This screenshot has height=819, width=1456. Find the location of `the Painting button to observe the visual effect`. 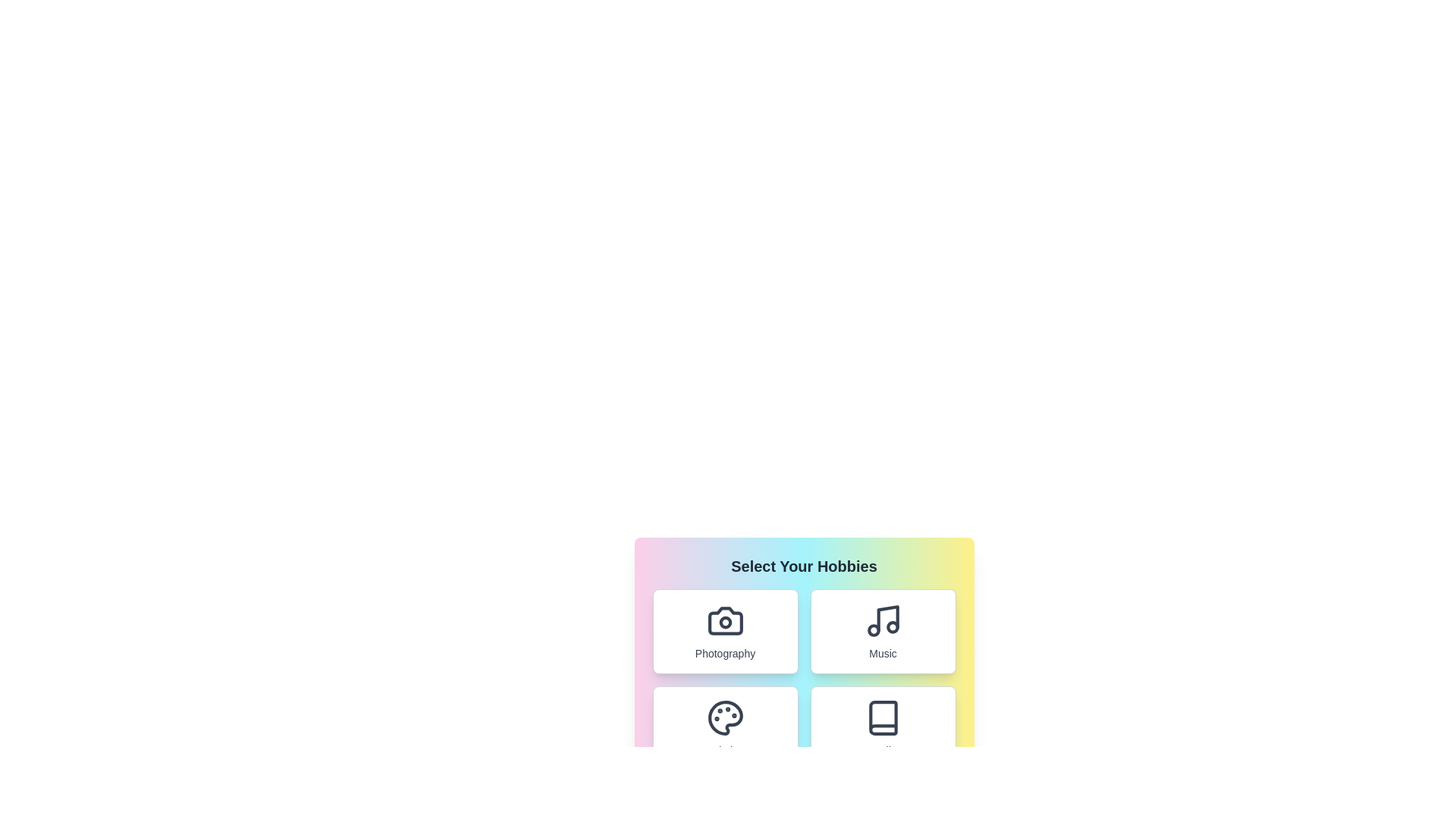

the Painting button to observe the visual effect is located at coordinates (724, 727).